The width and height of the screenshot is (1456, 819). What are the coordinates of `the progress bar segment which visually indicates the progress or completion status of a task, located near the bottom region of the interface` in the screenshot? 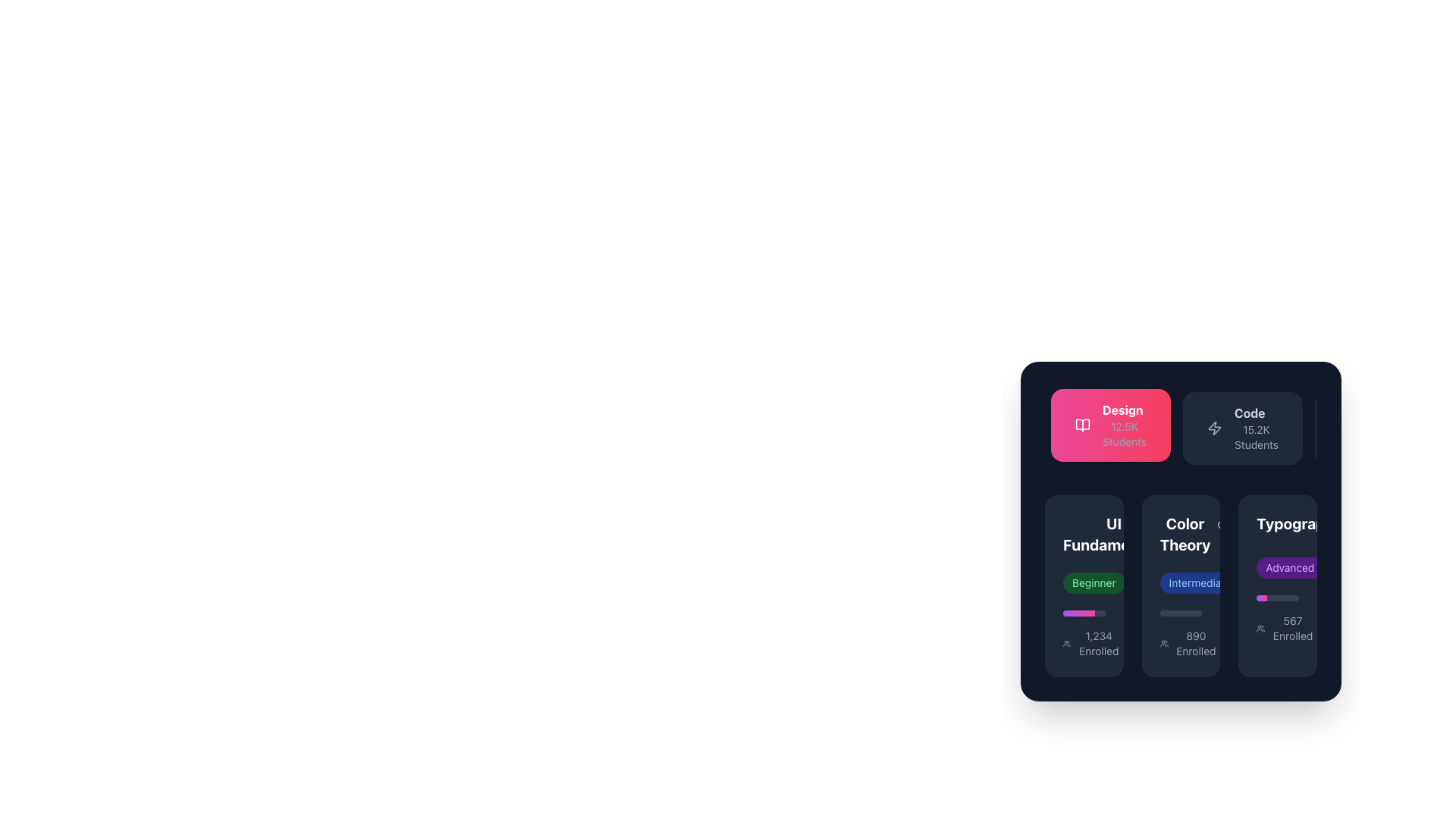 It's located at (1078, 613).